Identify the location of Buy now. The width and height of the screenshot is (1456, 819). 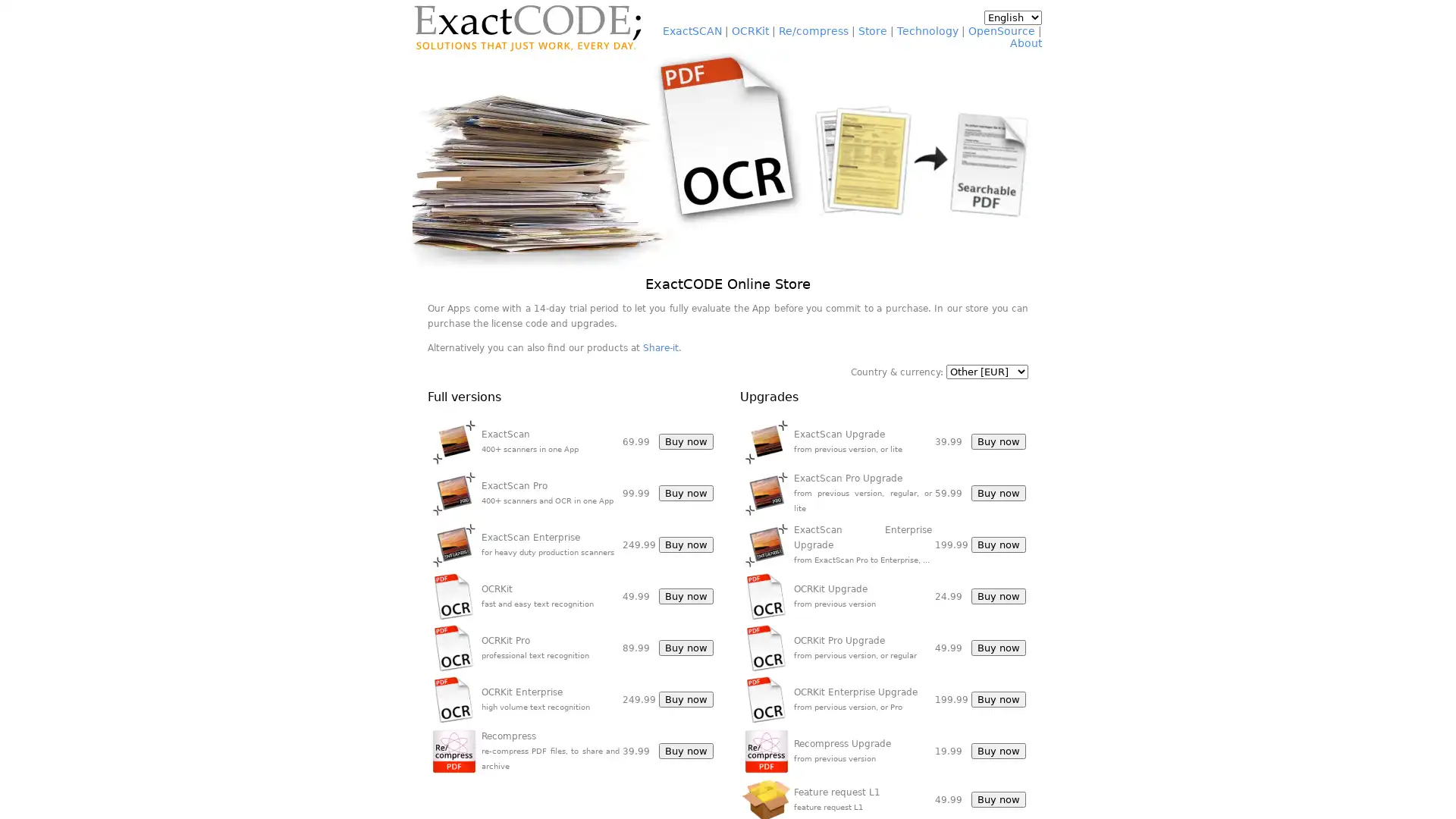
(686, 648).